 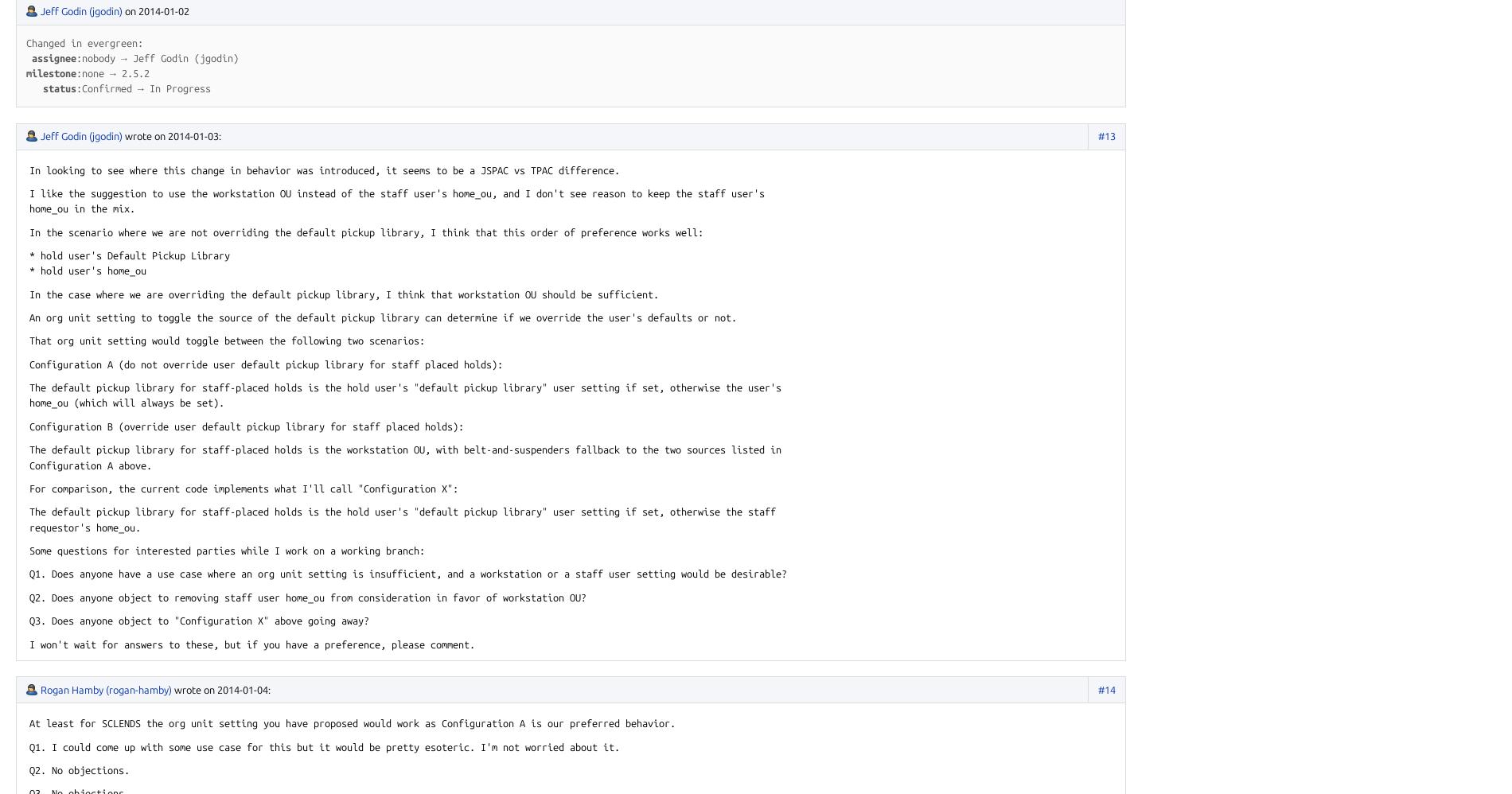 What do you see at coordinates (51, 72) in the screenshot?
I see `'milestone'` at bounding box center [51, 72].